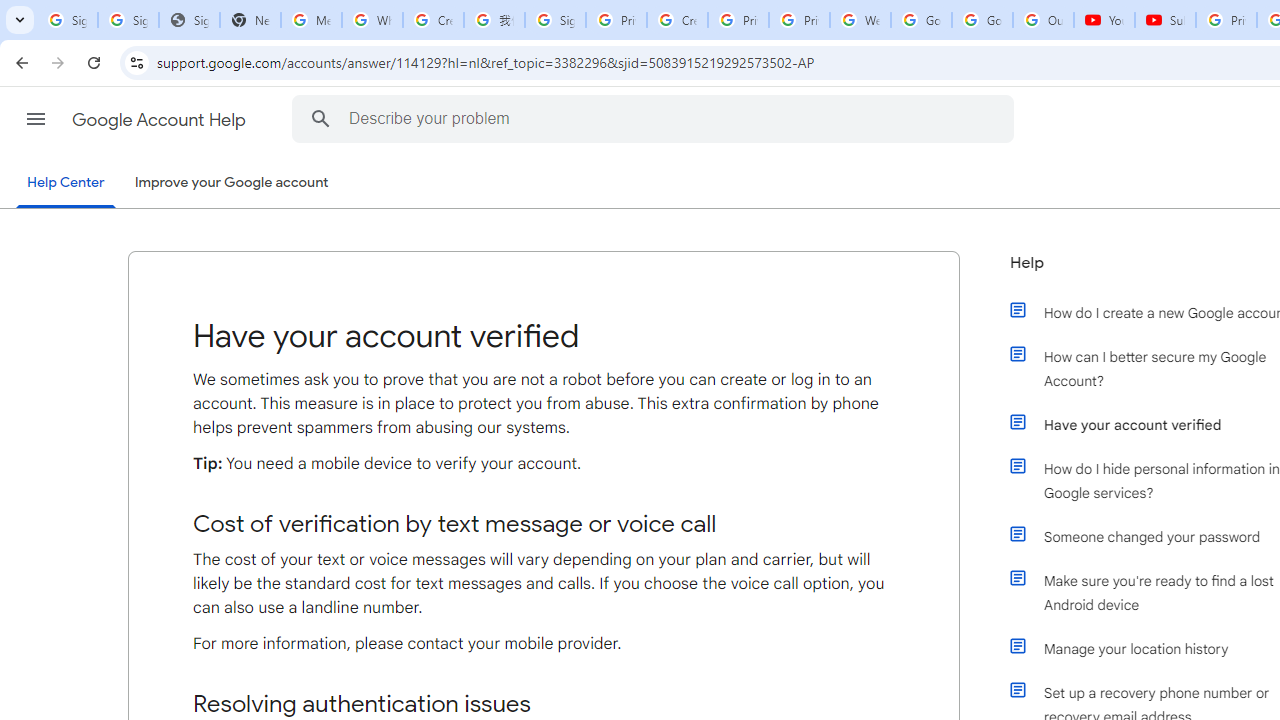 The height and width of the screenshot is (720, 1280). I want to click on 'Google Account', so click(982, 20).